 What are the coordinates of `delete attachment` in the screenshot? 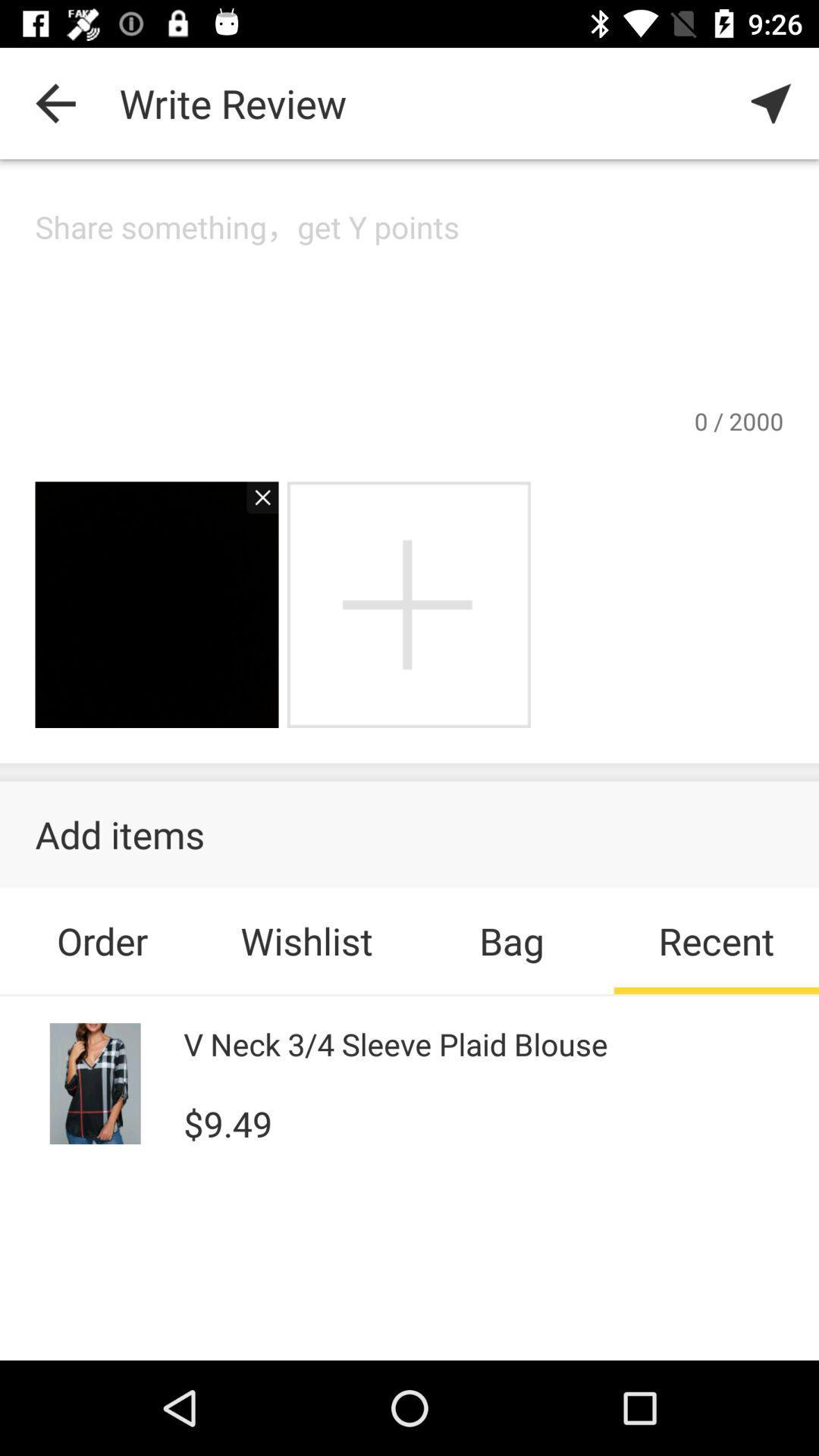 It's located at (253, 505).